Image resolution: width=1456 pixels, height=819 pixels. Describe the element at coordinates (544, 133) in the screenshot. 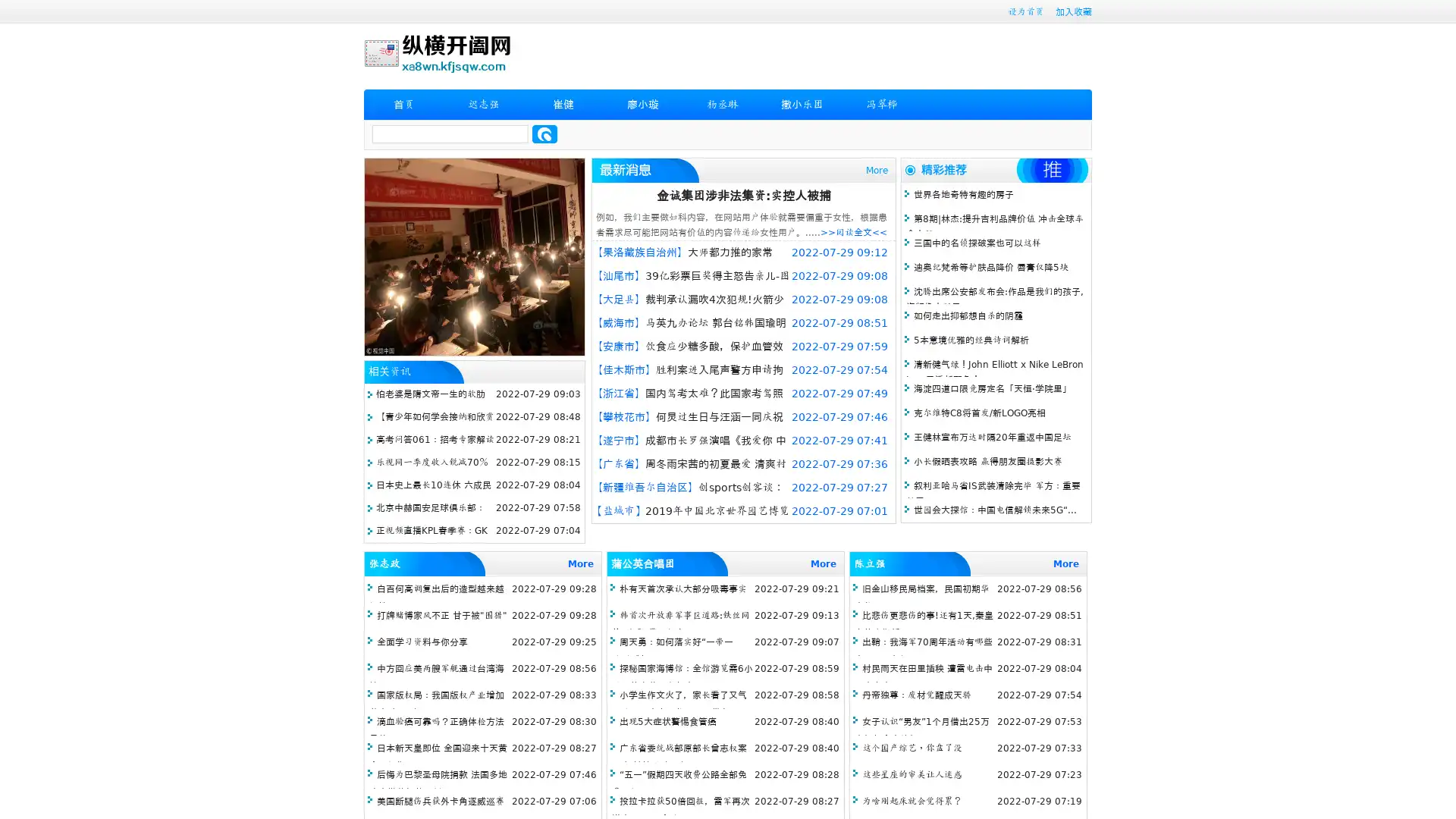

I see `Search` at that location.